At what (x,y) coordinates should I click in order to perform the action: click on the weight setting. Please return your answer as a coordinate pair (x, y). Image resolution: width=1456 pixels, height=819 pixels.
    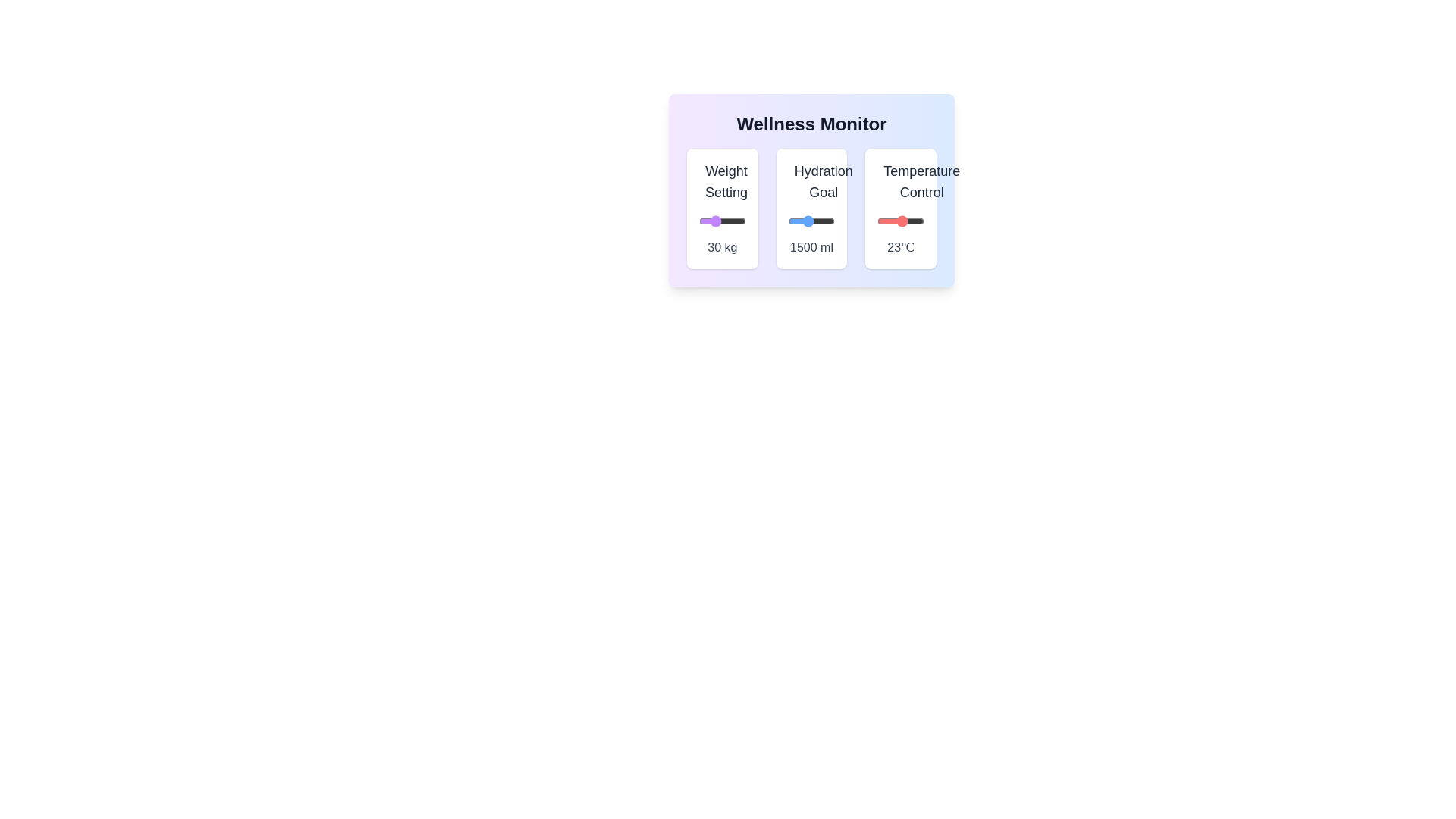
    Looking at the image, I should click on (741, 221).